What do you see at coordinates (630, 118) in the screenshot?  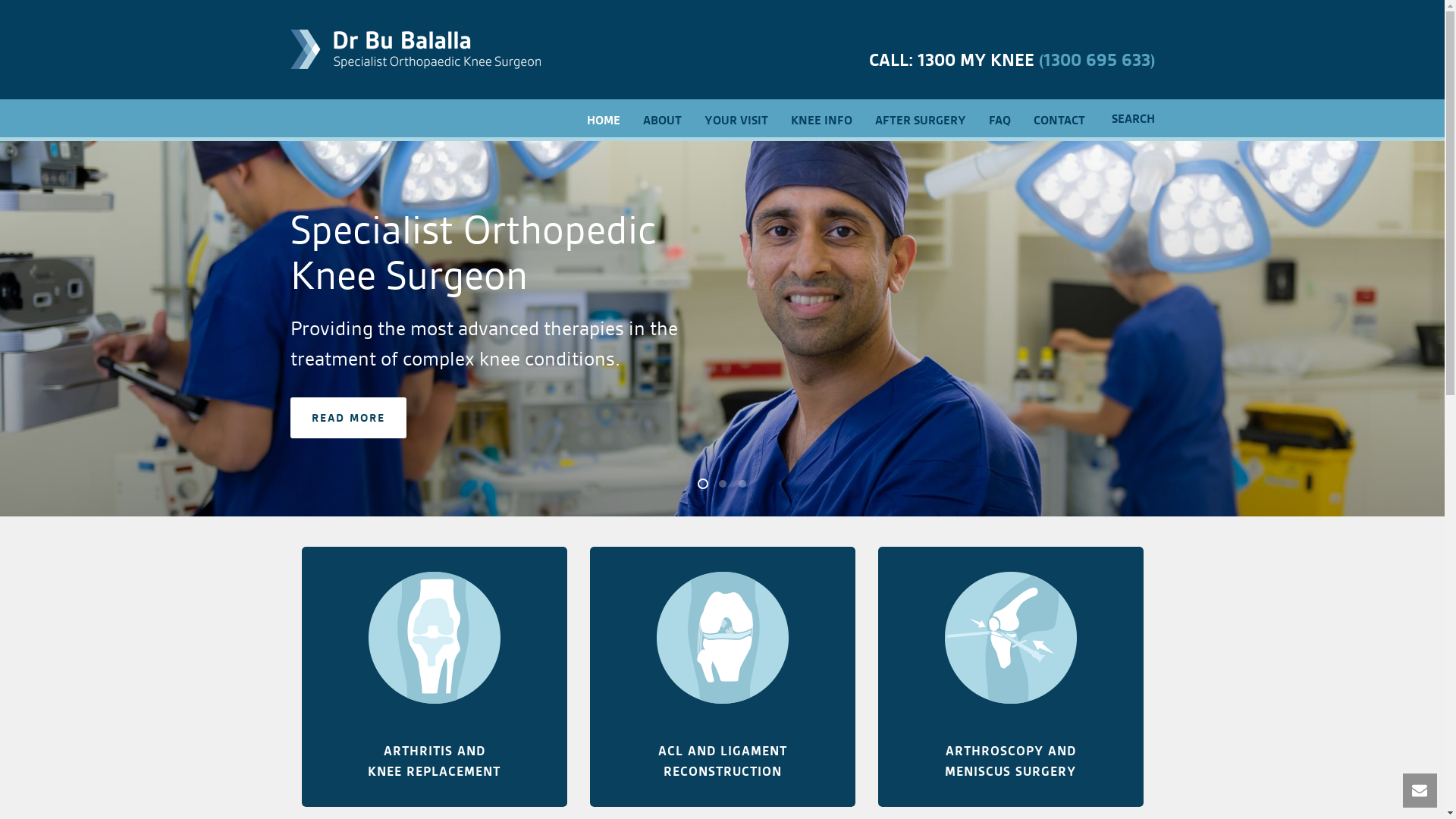 I see `'ABOUT'` at bounding box center [630, 118].